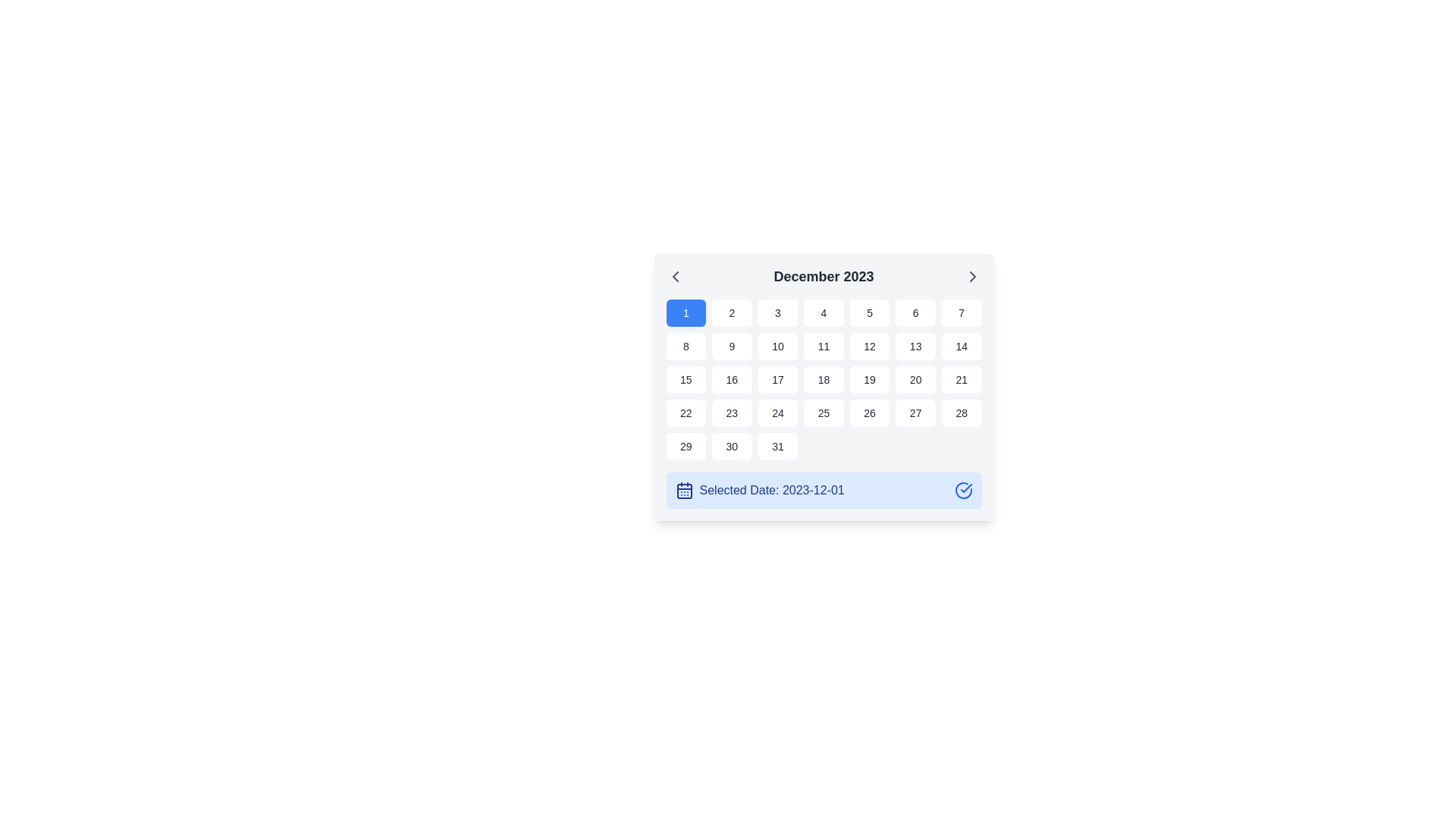 This screenshot has width=1456, height=819. Describe the element at coordinates (870, 379) in the screenshot. I see `the rounded rectangular button with a white background and gray text showing the number '19'` at that location.